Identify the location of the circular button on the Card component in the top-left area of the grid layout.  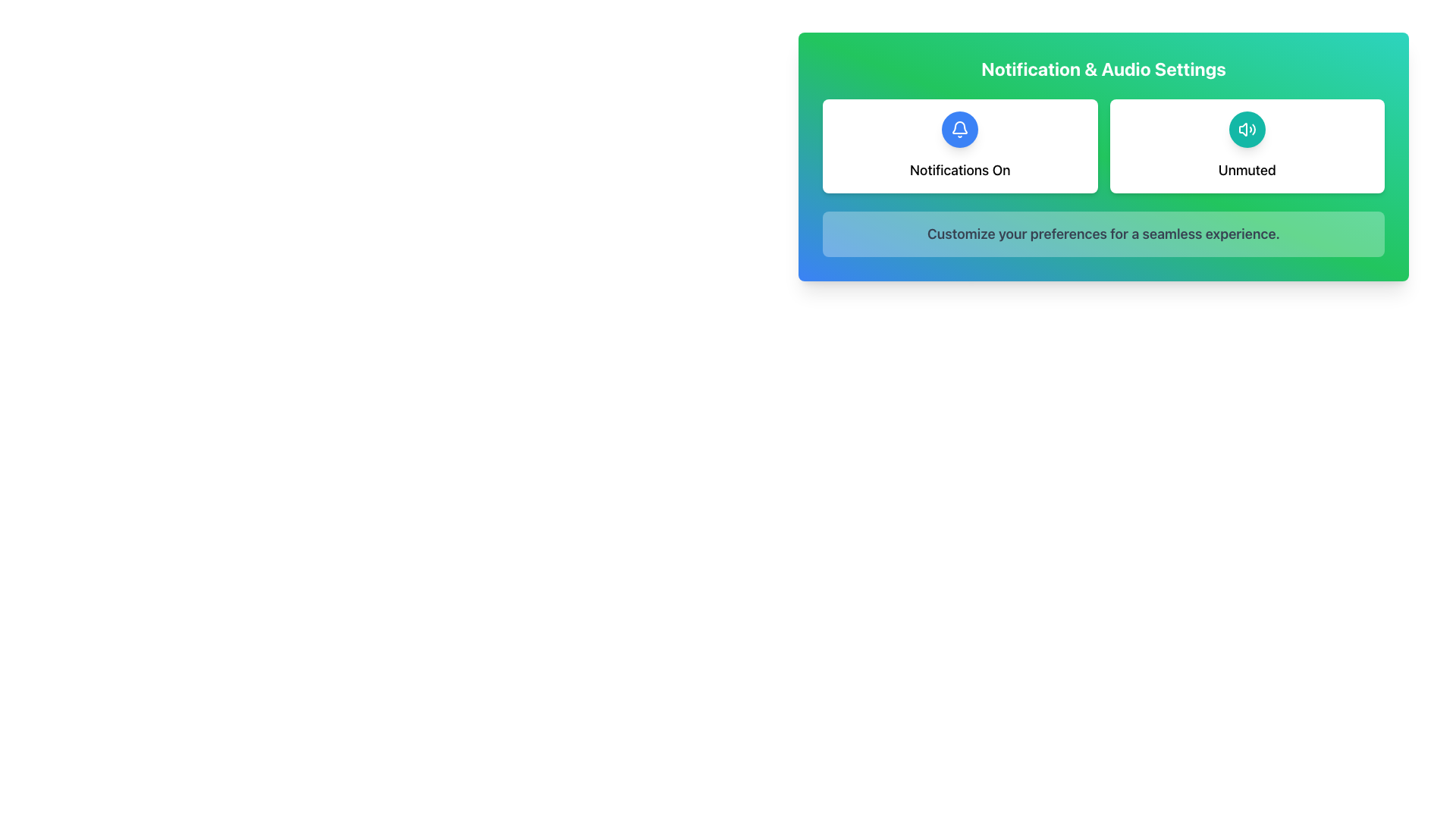
(959, 146).